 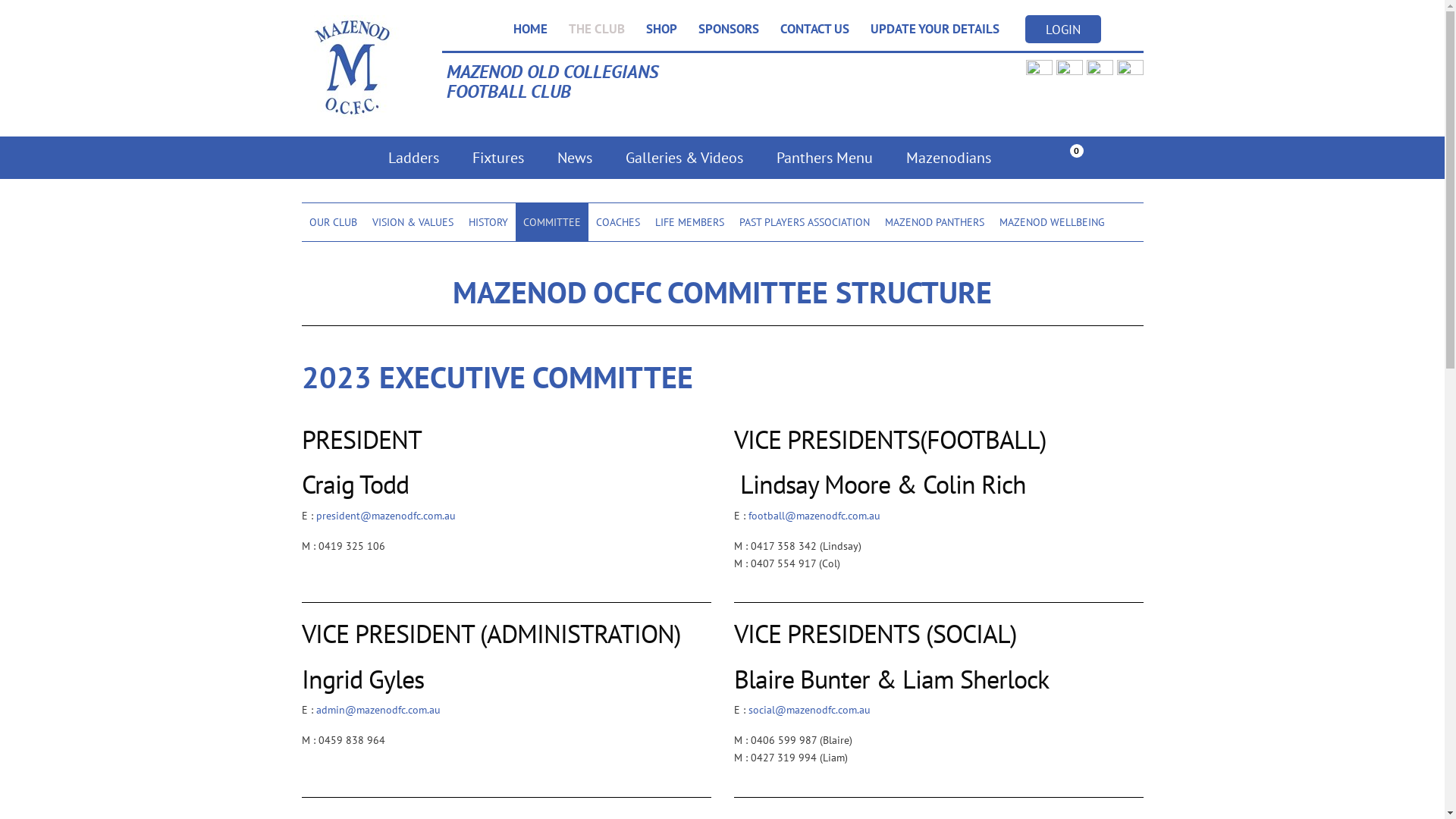 I want to click on 'MAZENOD WELLBEING', so click(x=1051, y=222).